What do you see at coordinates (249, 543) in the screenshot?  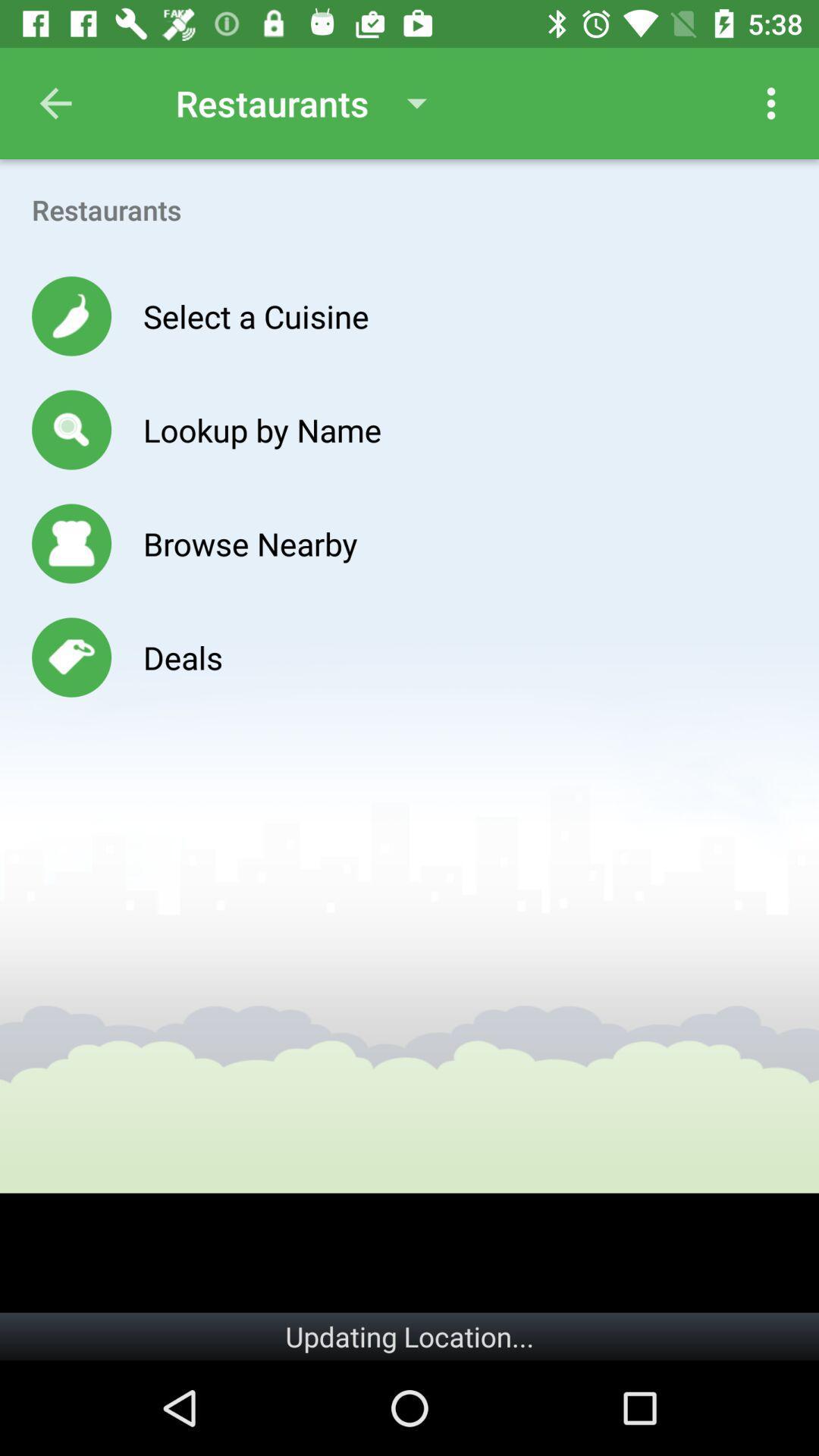 I see `the item below the lookup by name icon` at bounding box center [249, 543].